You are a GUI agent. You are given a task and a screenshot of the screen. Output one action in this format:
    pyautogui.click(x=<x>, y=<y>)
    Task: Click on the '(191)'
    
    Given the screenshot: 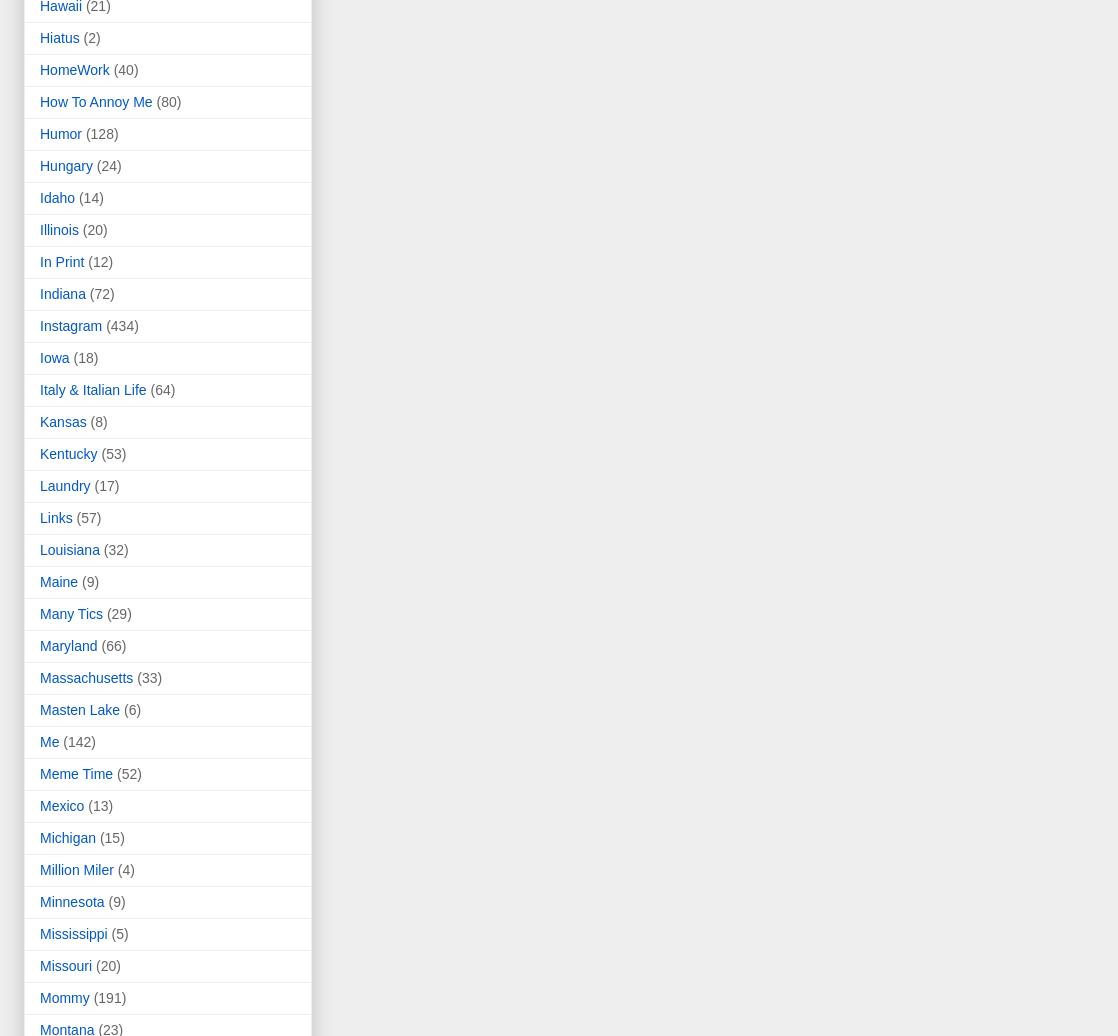 What is the action you would take?
    pyautogui.click(x=109, y=997)
    